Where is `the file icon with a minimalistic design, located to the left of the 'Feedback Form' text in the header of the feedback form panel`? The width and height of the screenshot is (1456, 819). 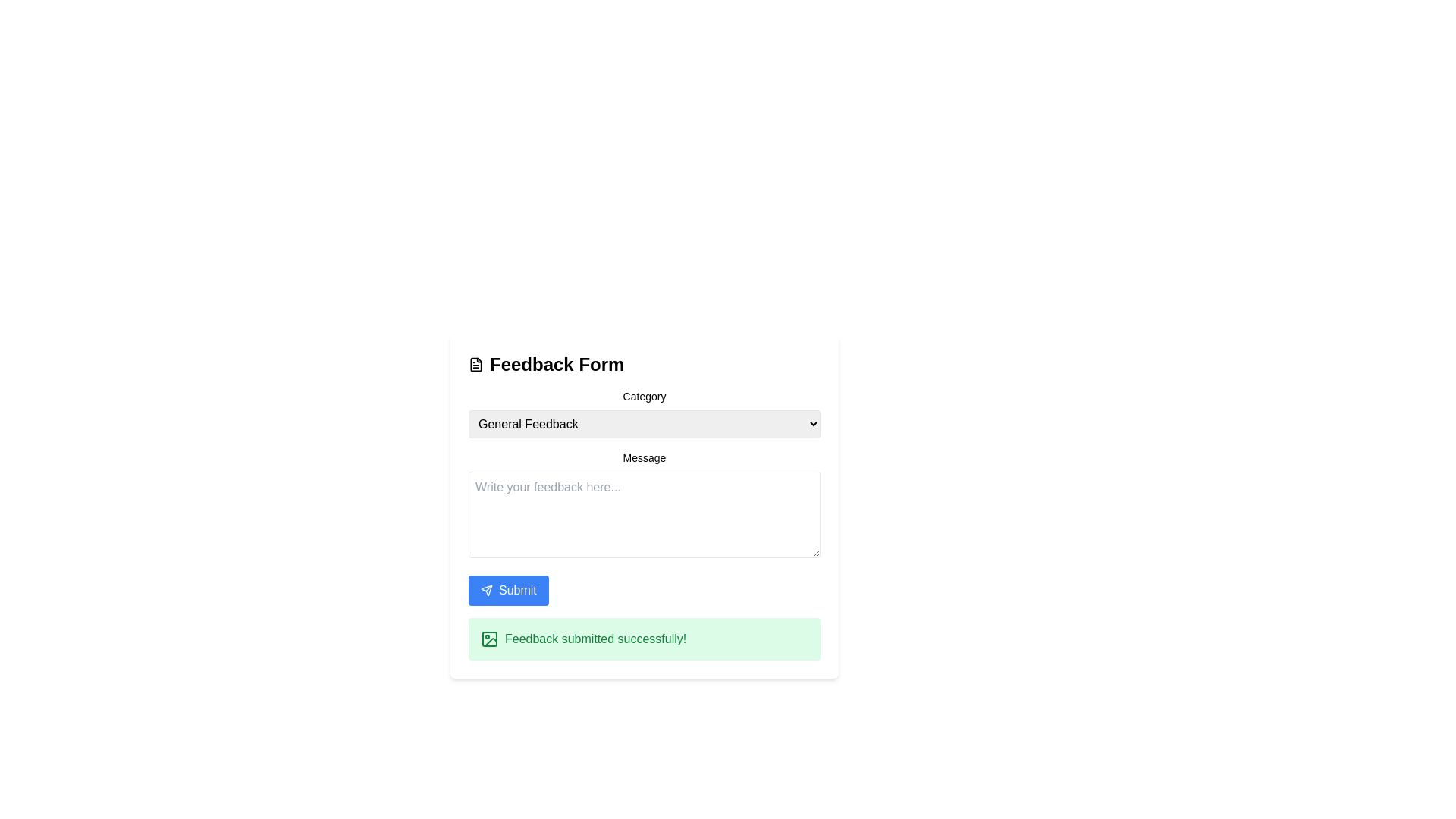 the file icon with a minimalistic design, located to the left of the 'Feedback Form' text in the header of the feedback form panel is located at coordinates (475, 365).